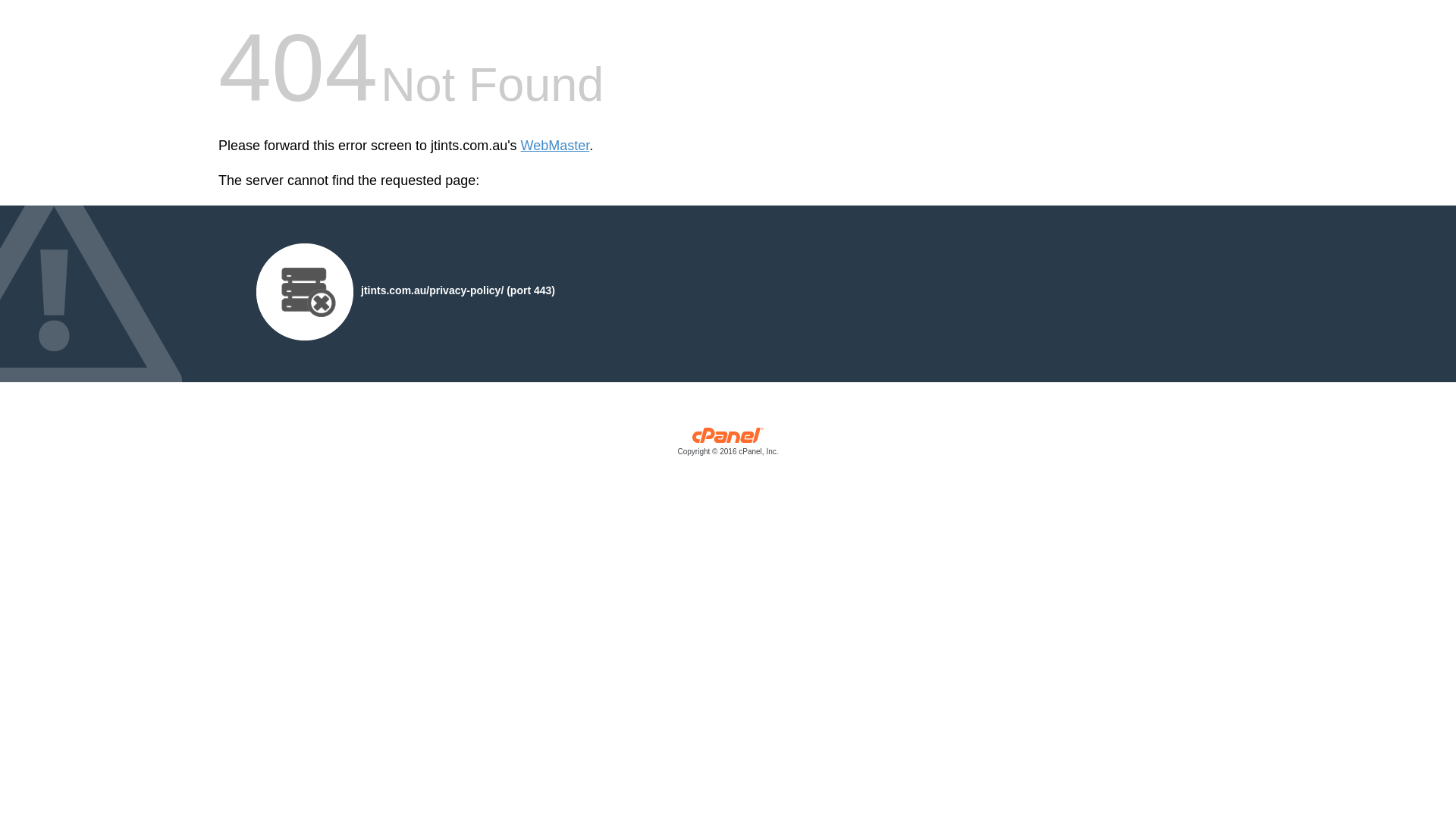  I want to click on 'WebMaster', so click(554, 146).